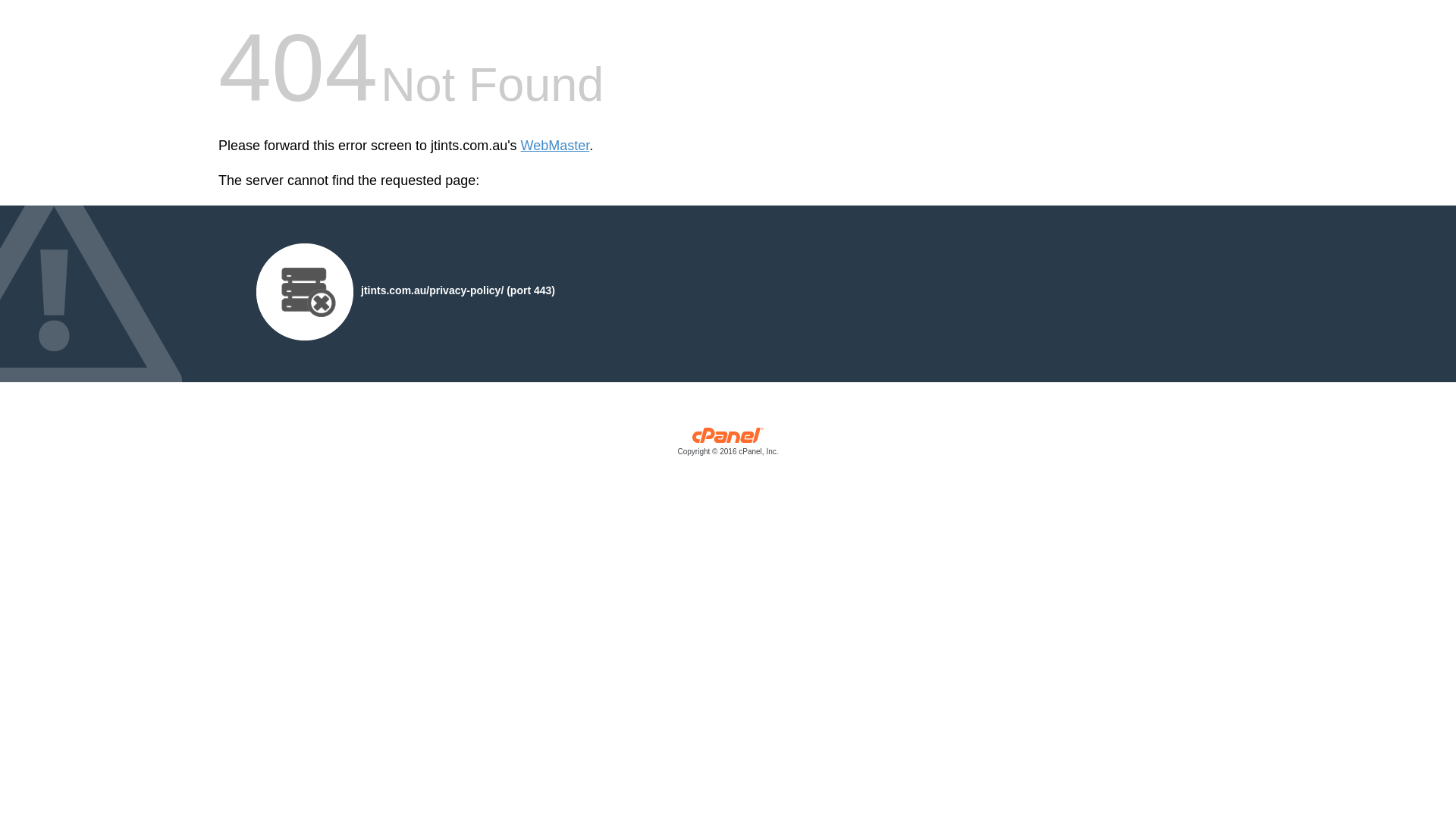  I want to click on 'WebMaster', so click(554, 146).